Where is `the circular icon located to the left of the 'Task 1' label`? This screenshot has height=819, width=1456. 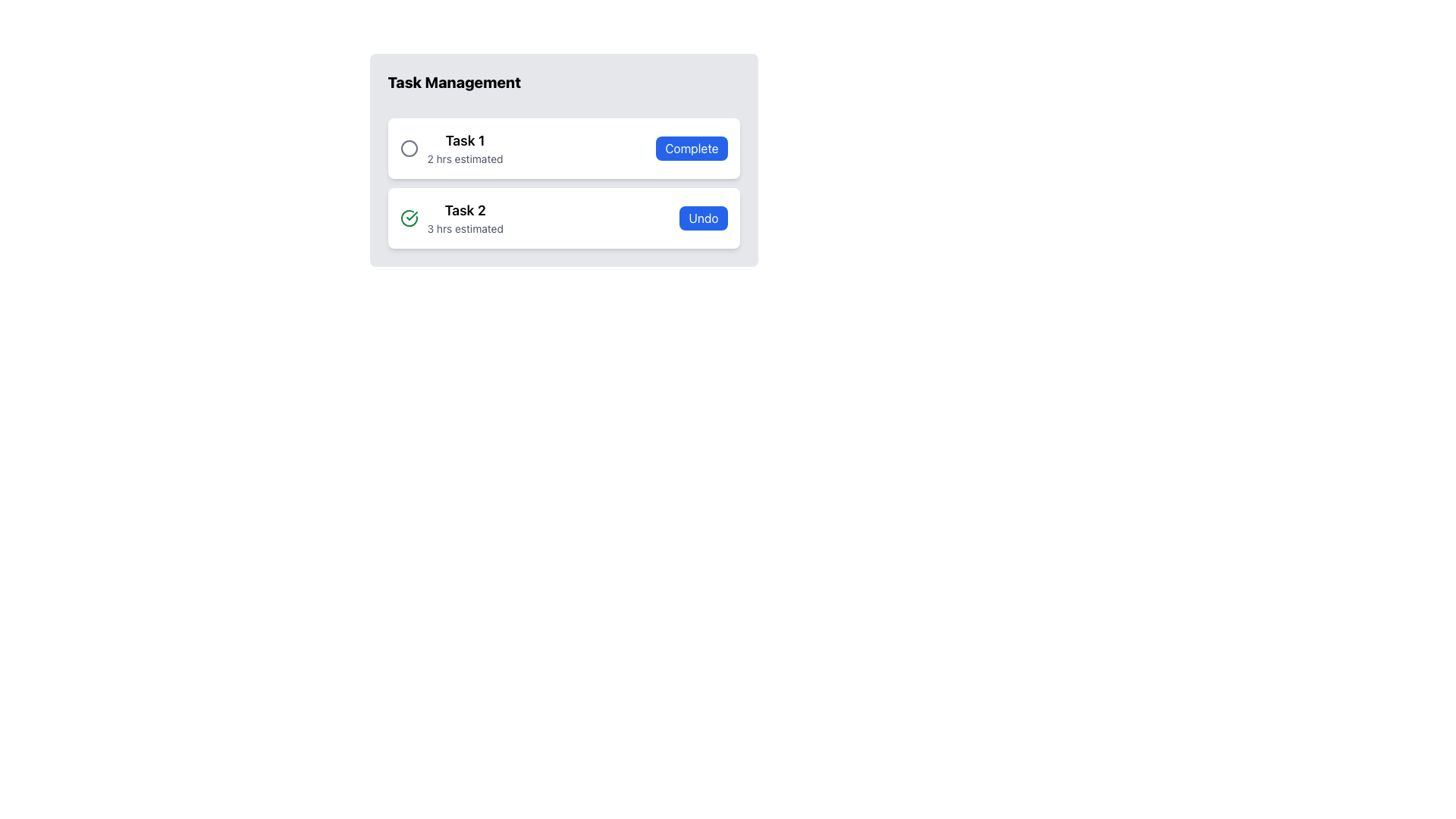
the circular icon located to the left of the 'Task 1' label is located at coordinates (409, 149).